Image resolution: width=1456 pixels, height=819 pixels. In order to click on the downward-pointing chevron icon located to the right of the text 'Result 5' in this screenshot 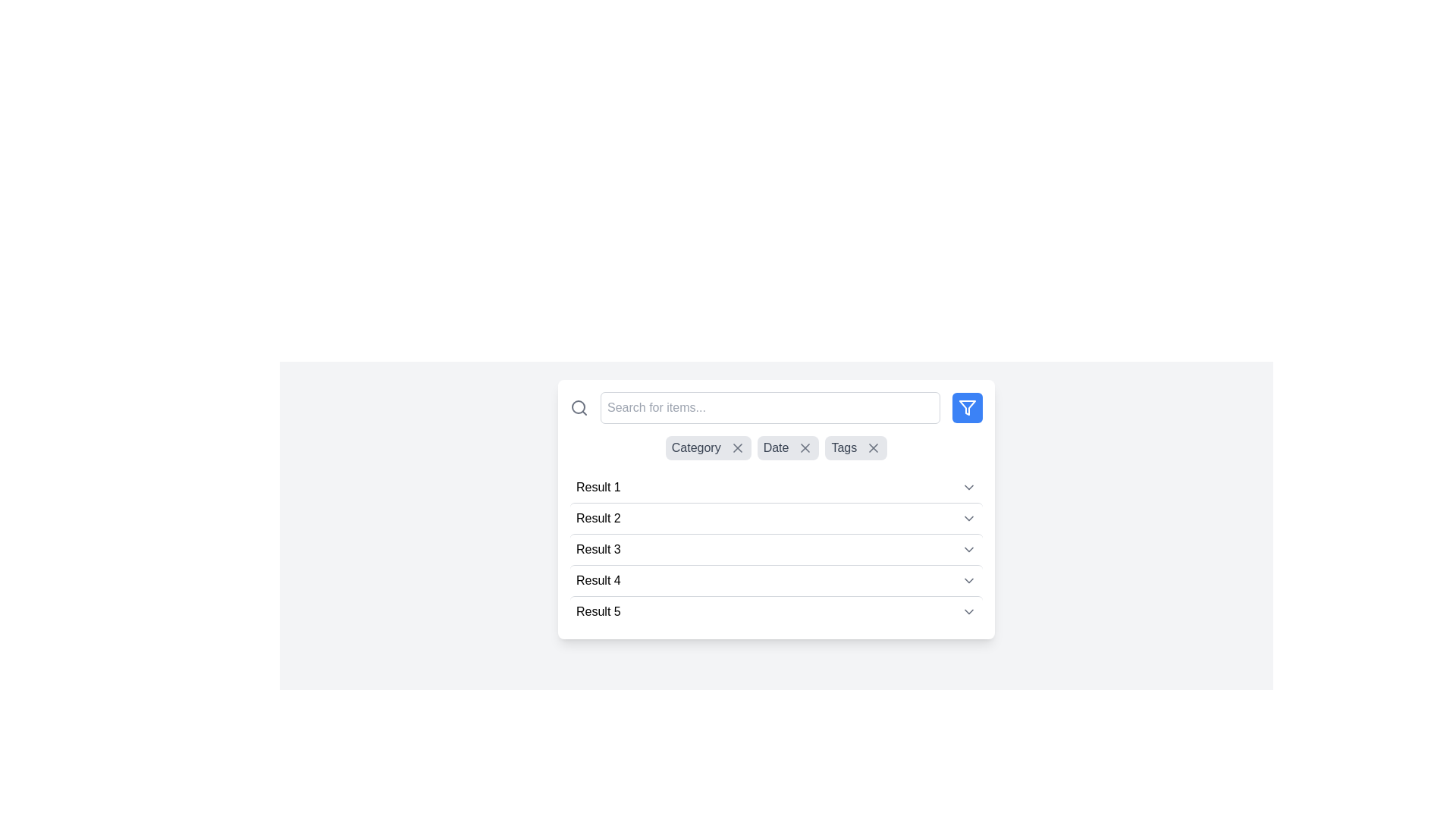, I will do `click(968, 610)`.